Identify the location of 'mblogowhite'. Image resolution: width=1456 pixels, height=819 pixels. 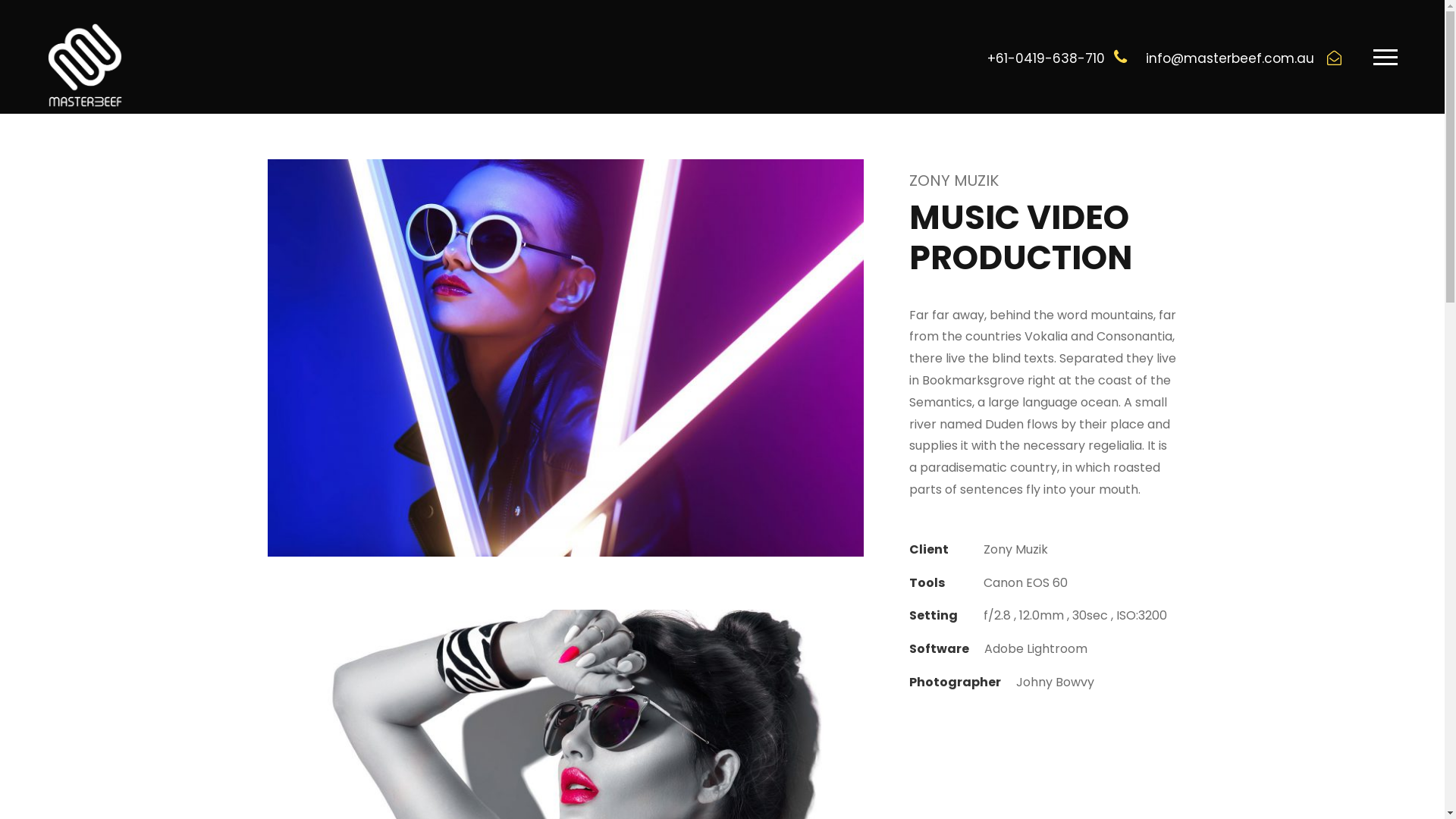
(83, 64).